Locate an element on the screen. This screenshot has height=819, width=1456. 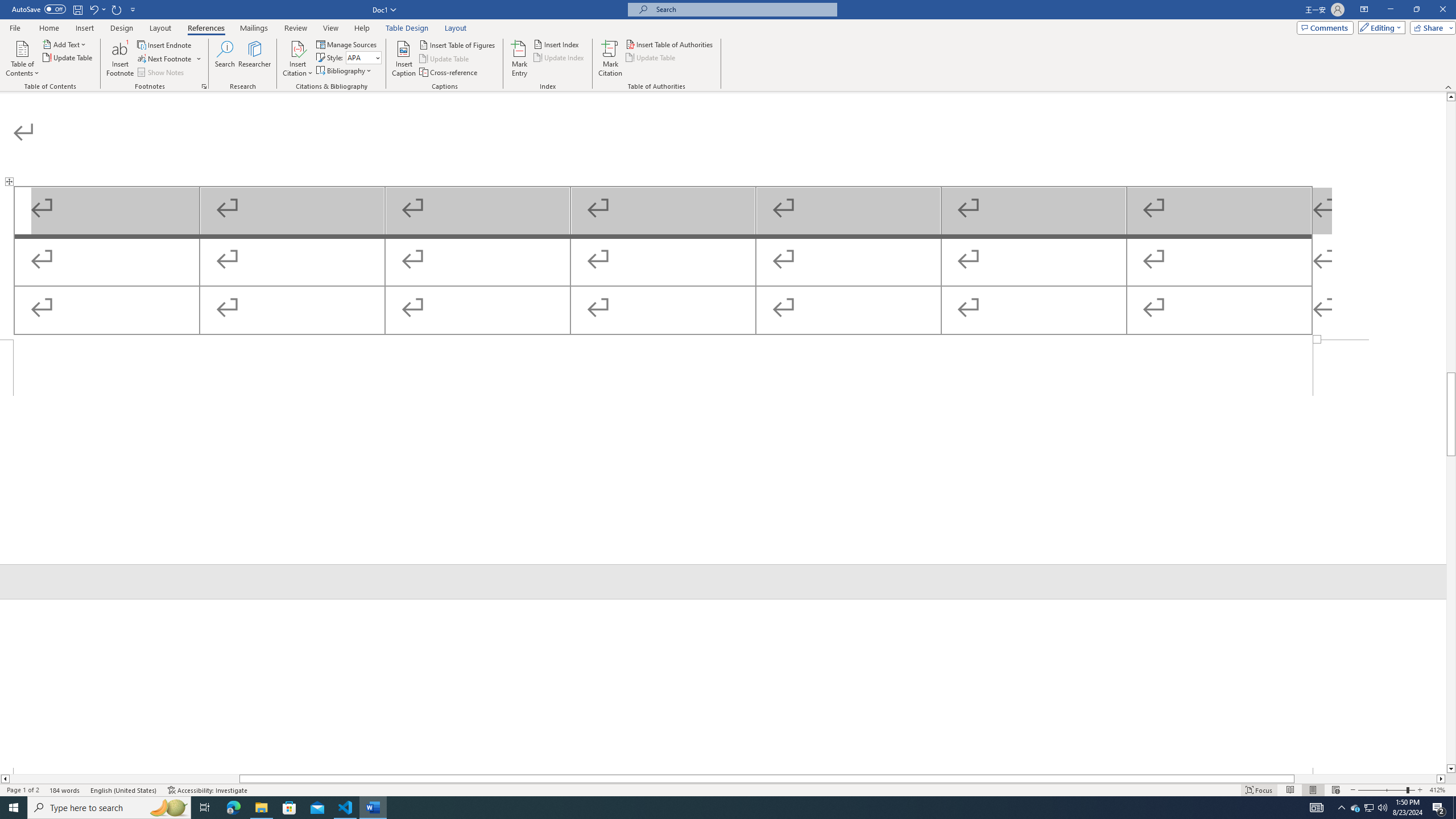
'Mark Citation...' is located at coordinates (610, 59).